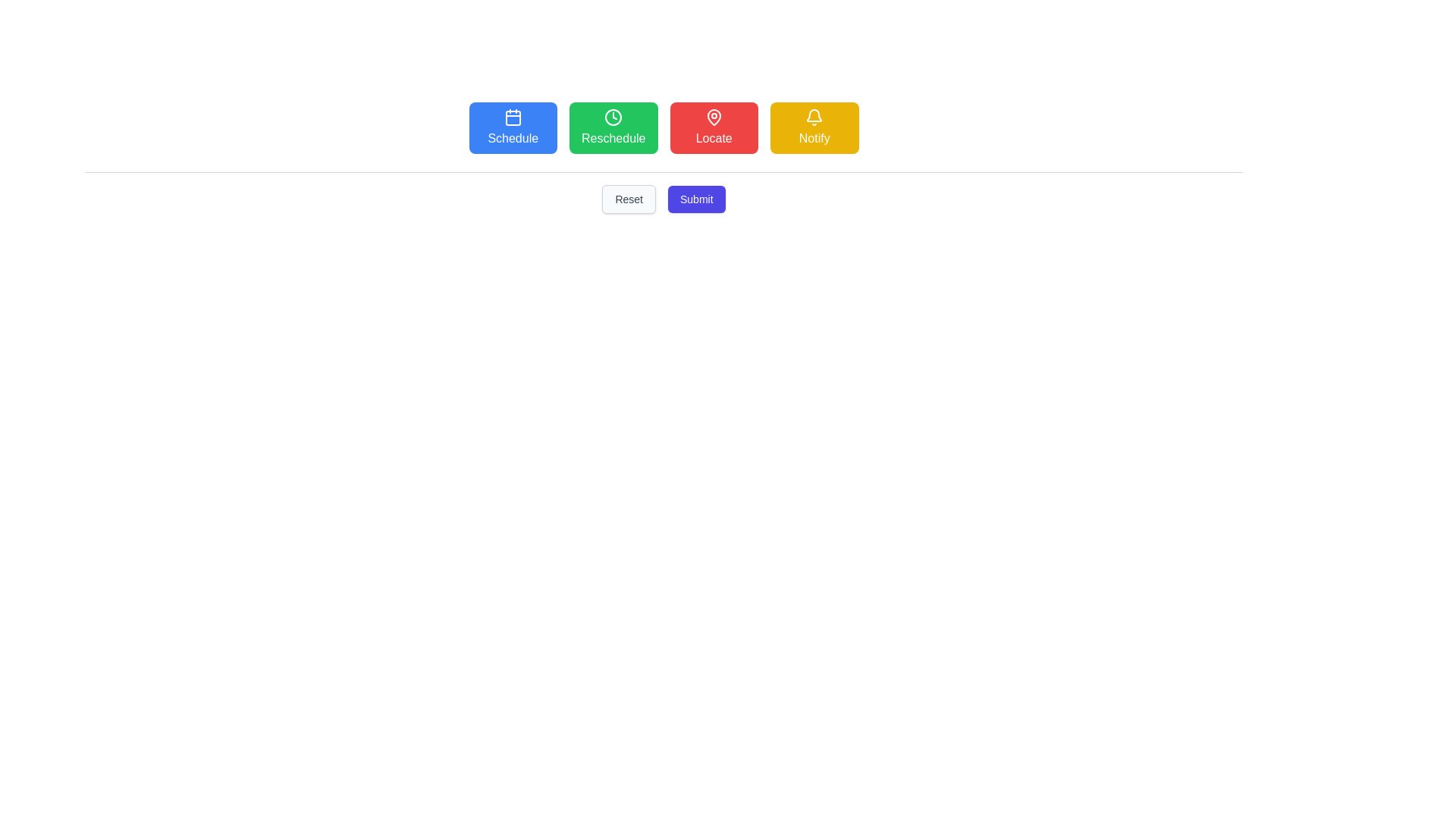 The image size is (1456, 819). What do you see at coordinates (613, 116) in the screenshot?
I see `the circular clock icon with a green background, which is located in the center above the 'Reschedule' text label within the Reschedule button` at bounding box center [613, 116].